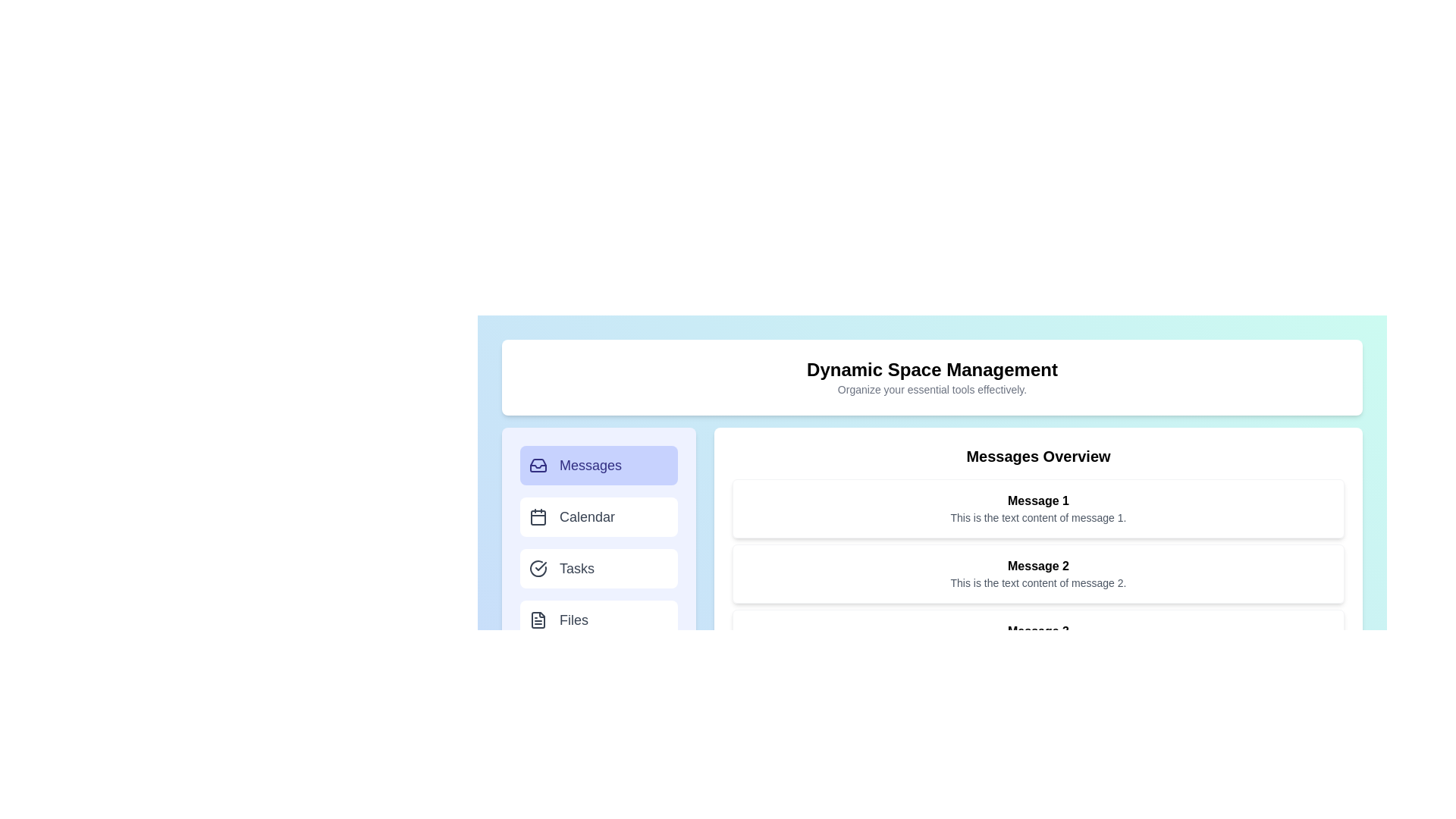  I want to click on the 'Files' button located at the bottom of the sidebar, so click(598, 620).